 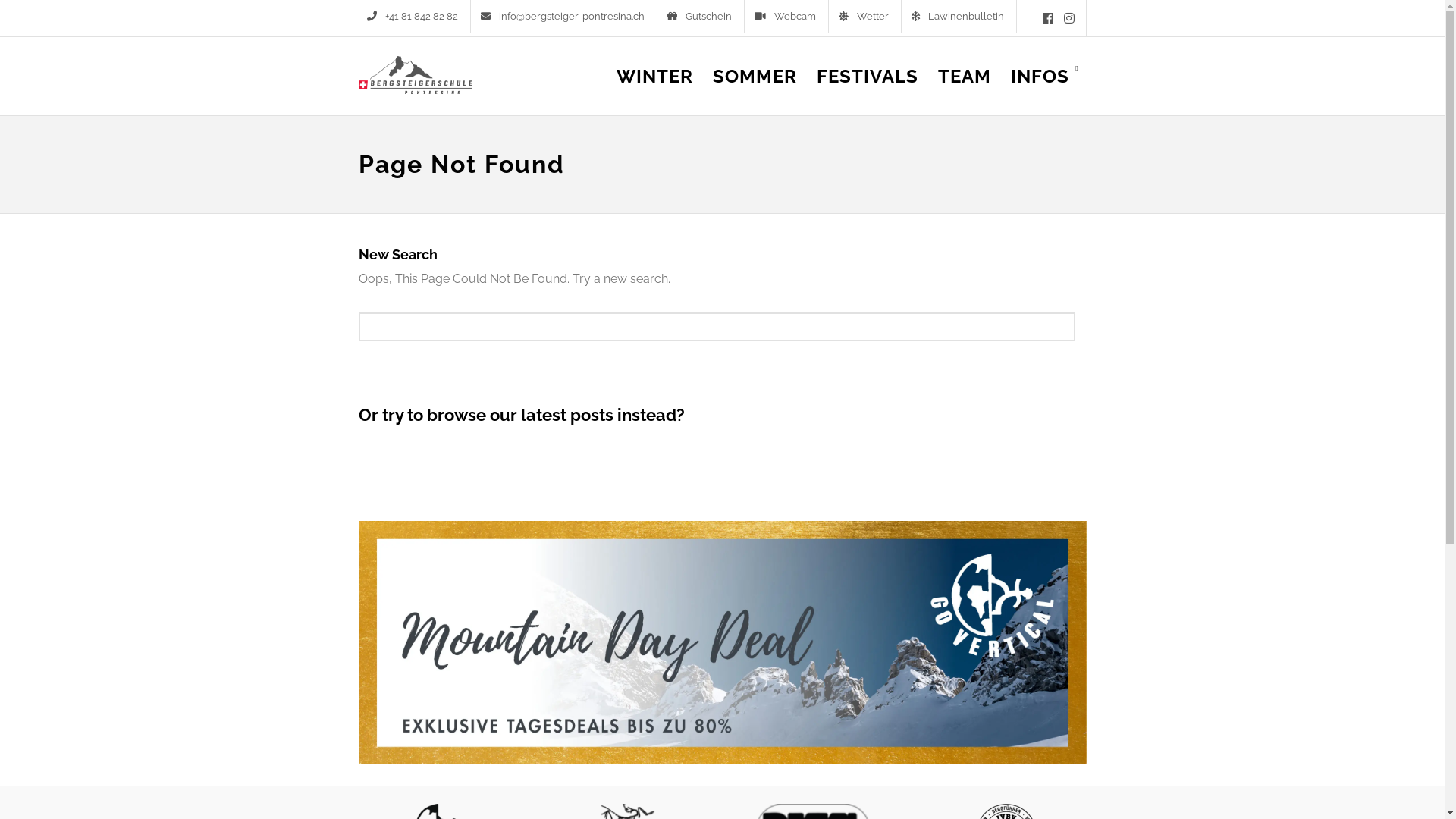 What do you see at coordinates (959, 16) in the screenshot?
I see `'Lawinenbulletin'` at bounding box center [959, 16].